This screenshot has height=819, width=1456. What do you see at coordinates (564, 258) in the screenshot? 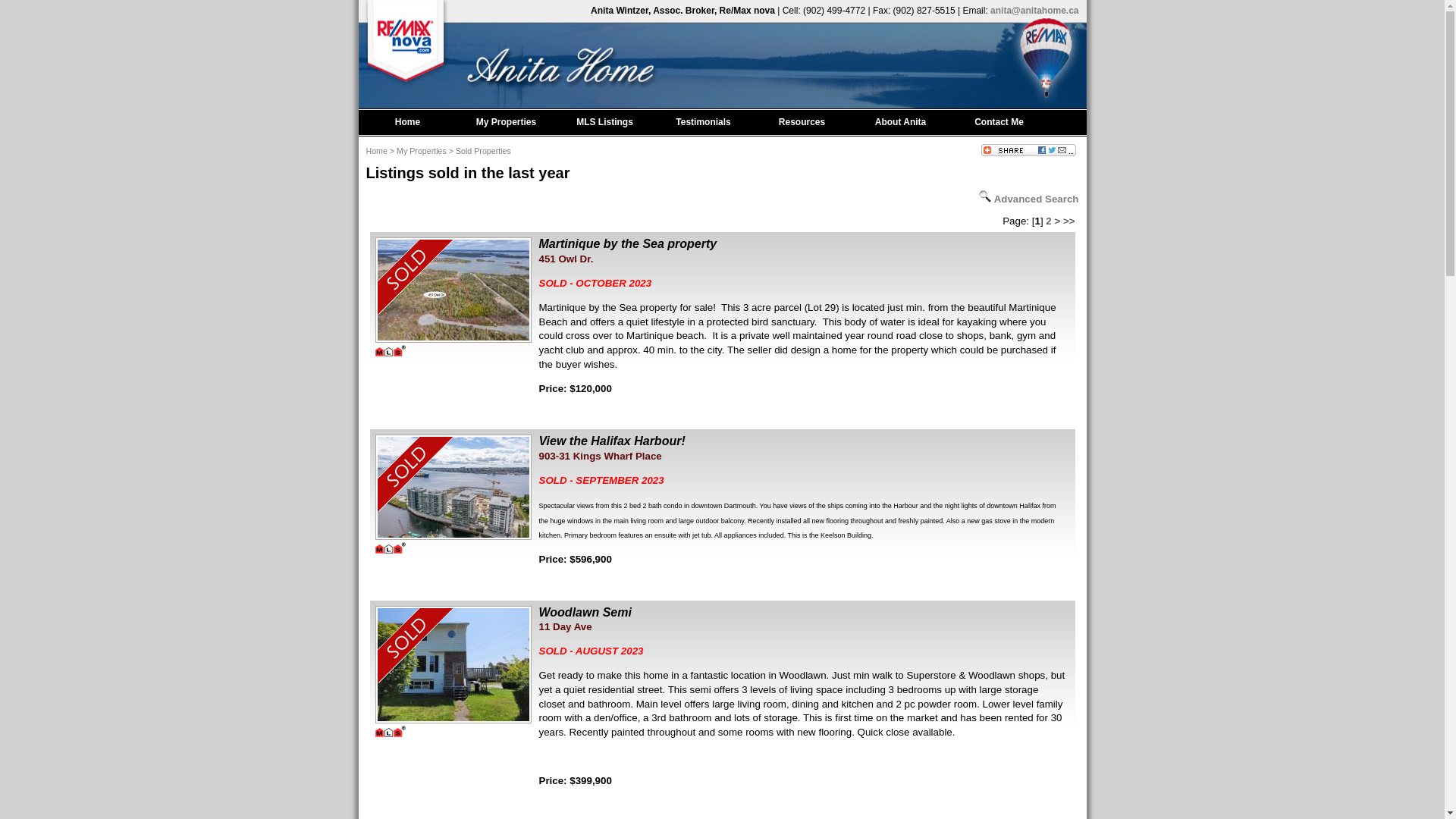
I see `'451 Owl Dr.'` at bounding box center [564, 258].